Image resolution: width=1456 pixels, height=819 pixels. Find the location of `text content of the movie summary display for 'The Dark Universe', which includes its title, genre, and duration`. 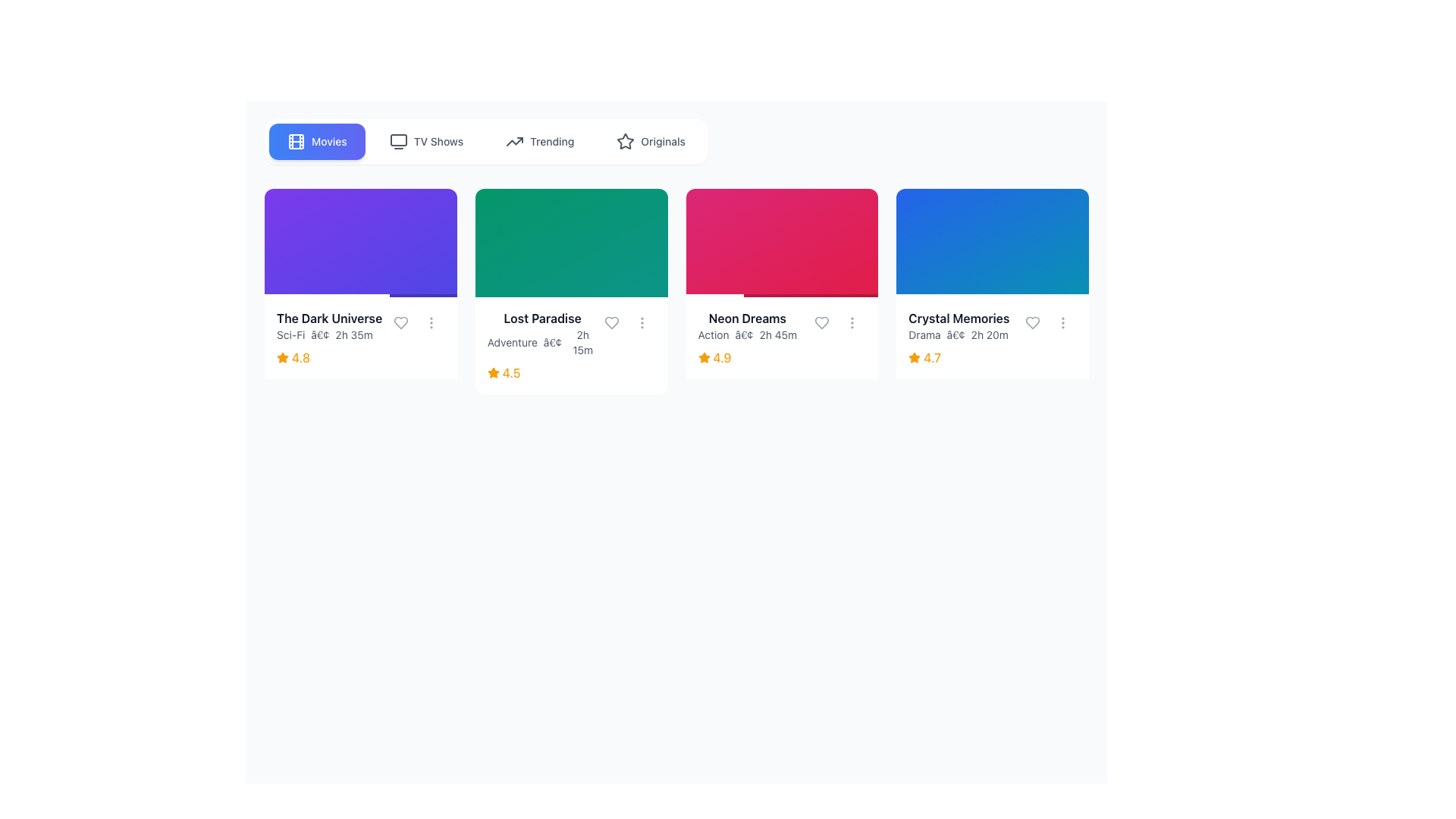

text content of the movie summary display for 'The Dark Universe', which includes its title, genre, and duration is located at coordinates (359, 325).